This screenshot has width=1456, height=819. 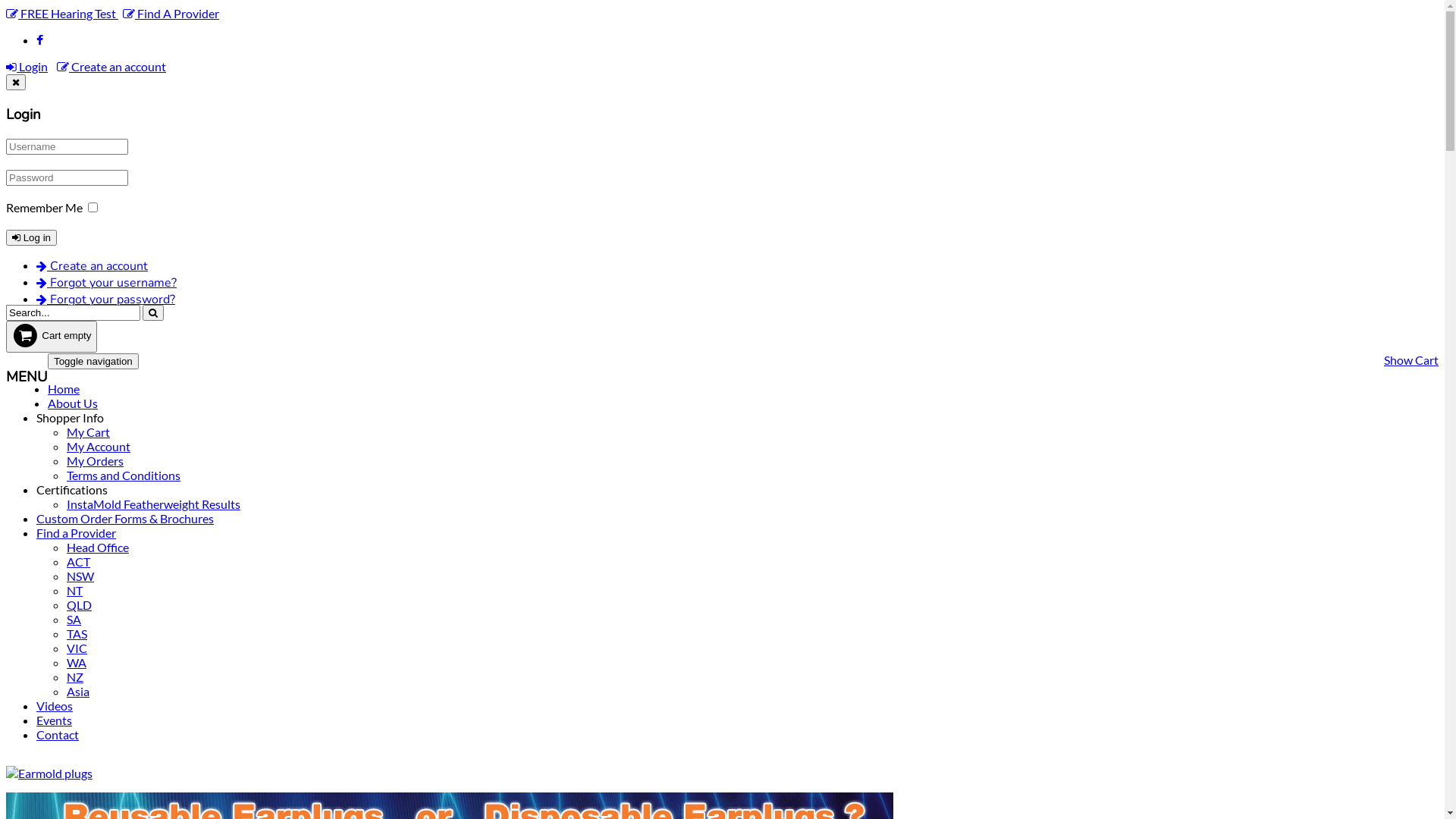 What do you see at coordinates (124, 517) in the screenshot?
I see `'Custom Order Forms & Brochures'` at bounding box center [124, 517].